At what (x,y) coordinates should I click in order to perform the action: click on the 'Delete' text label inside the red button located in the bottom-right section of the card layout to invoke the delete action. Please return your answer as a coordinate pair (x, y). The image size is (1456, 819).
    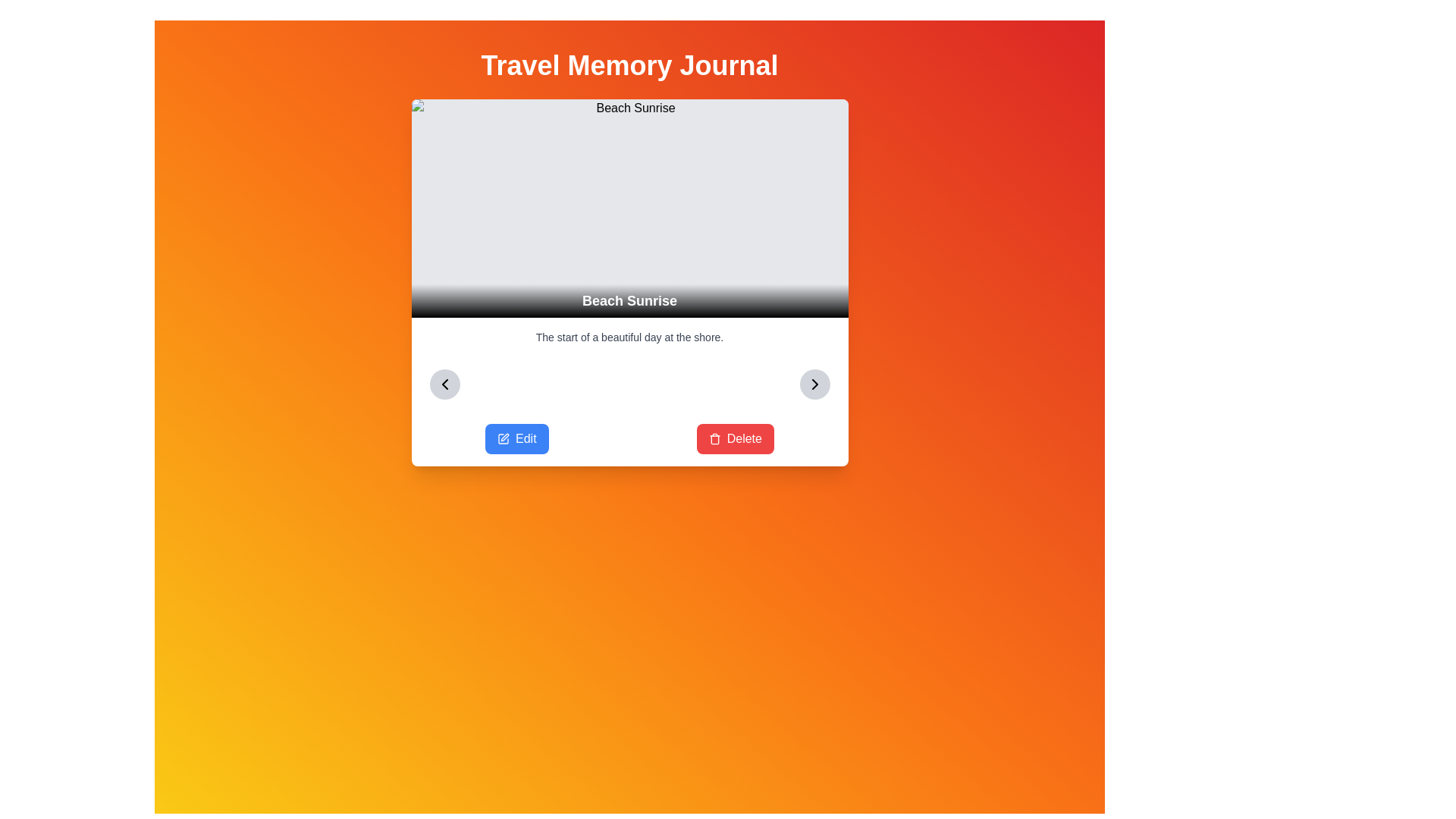
    Looking at the image, I should click on (744, 438).